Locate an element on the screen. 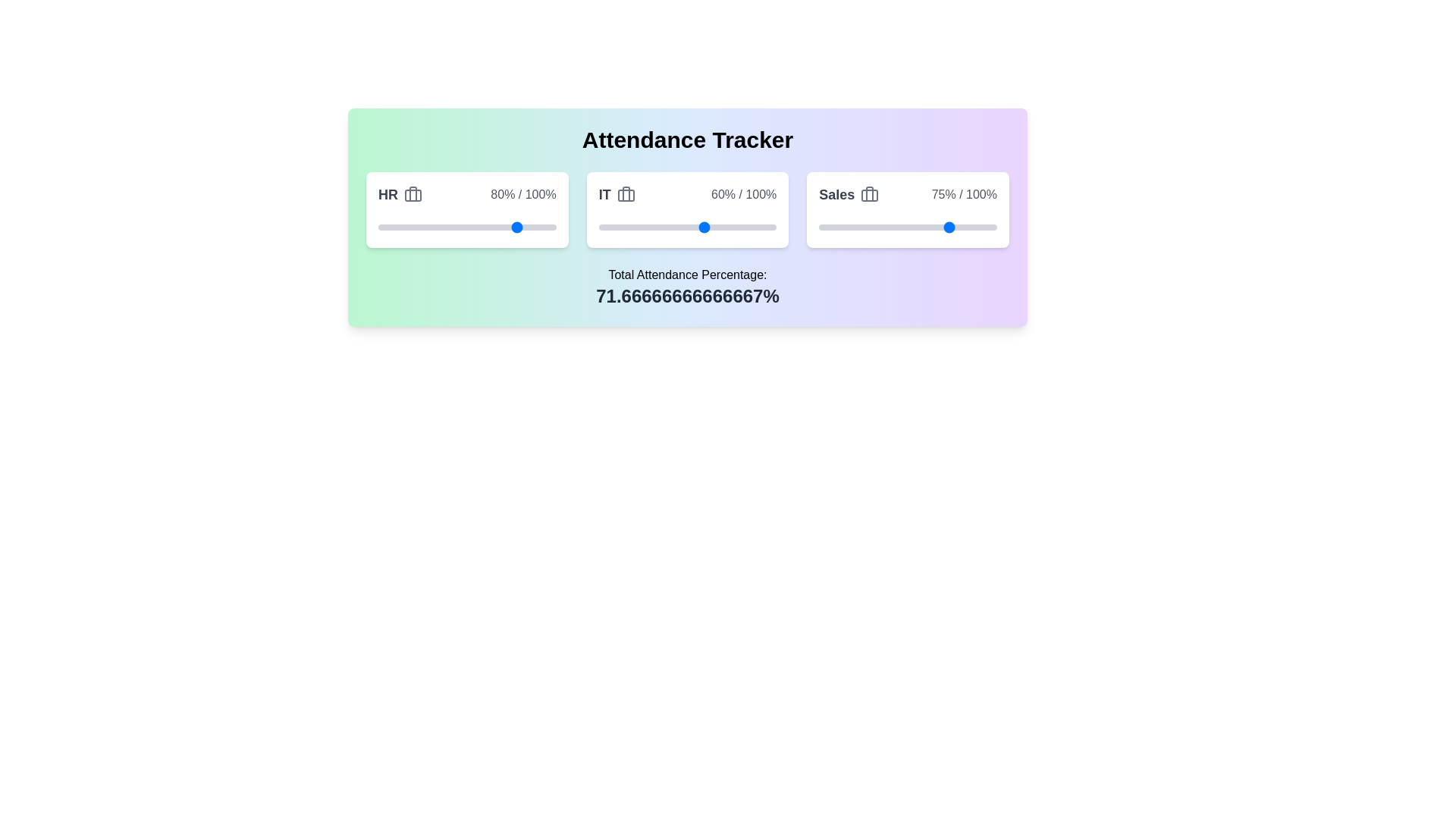 Image resolution: width=1456 pixels, height=819 pixels. the HR slider is located at coordinates (389, 227).